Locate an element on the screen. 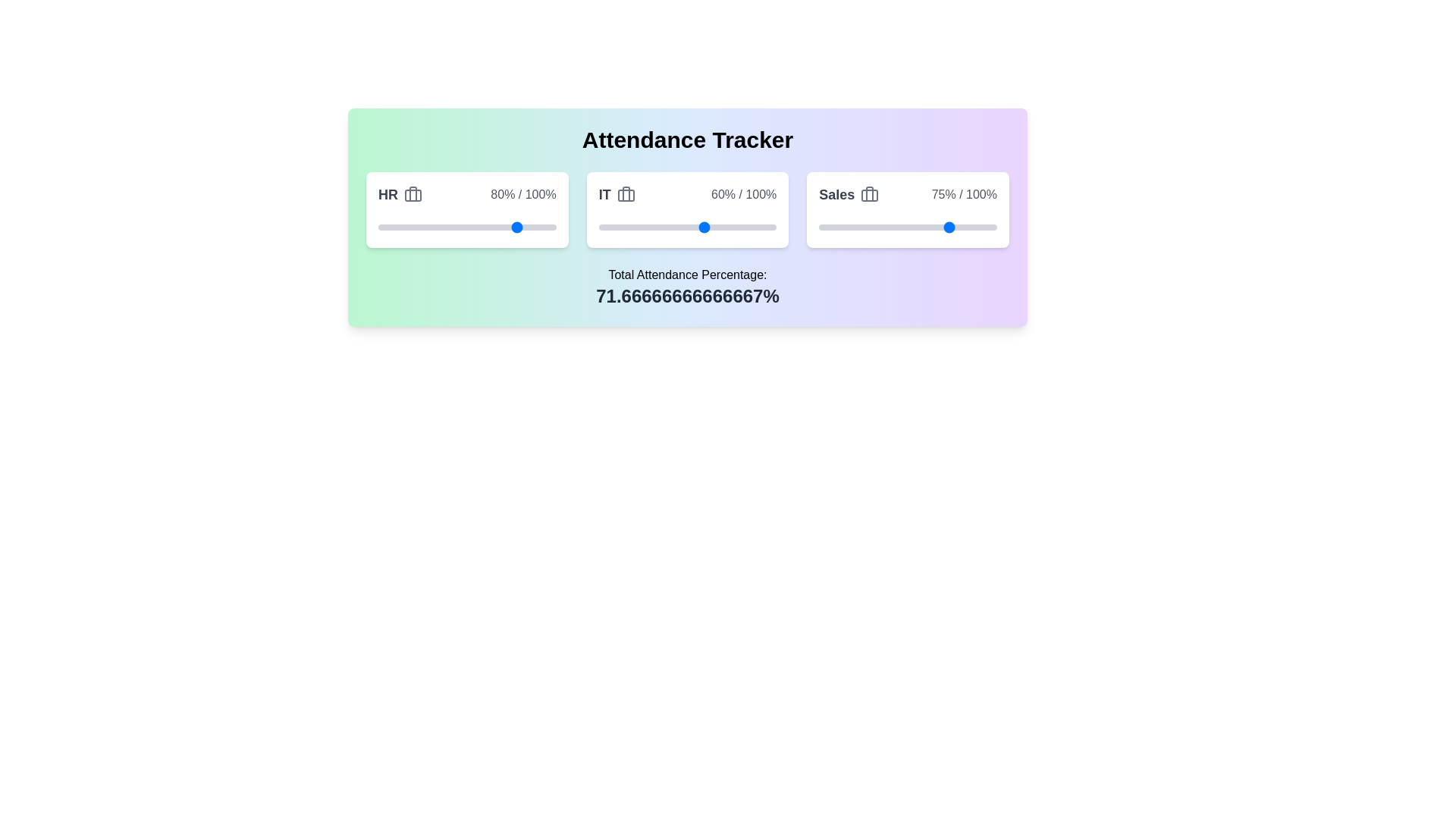 Image resolution: width=1456 pixels, height=819 pixels. the HR slider is located at coordinates (389, 227).